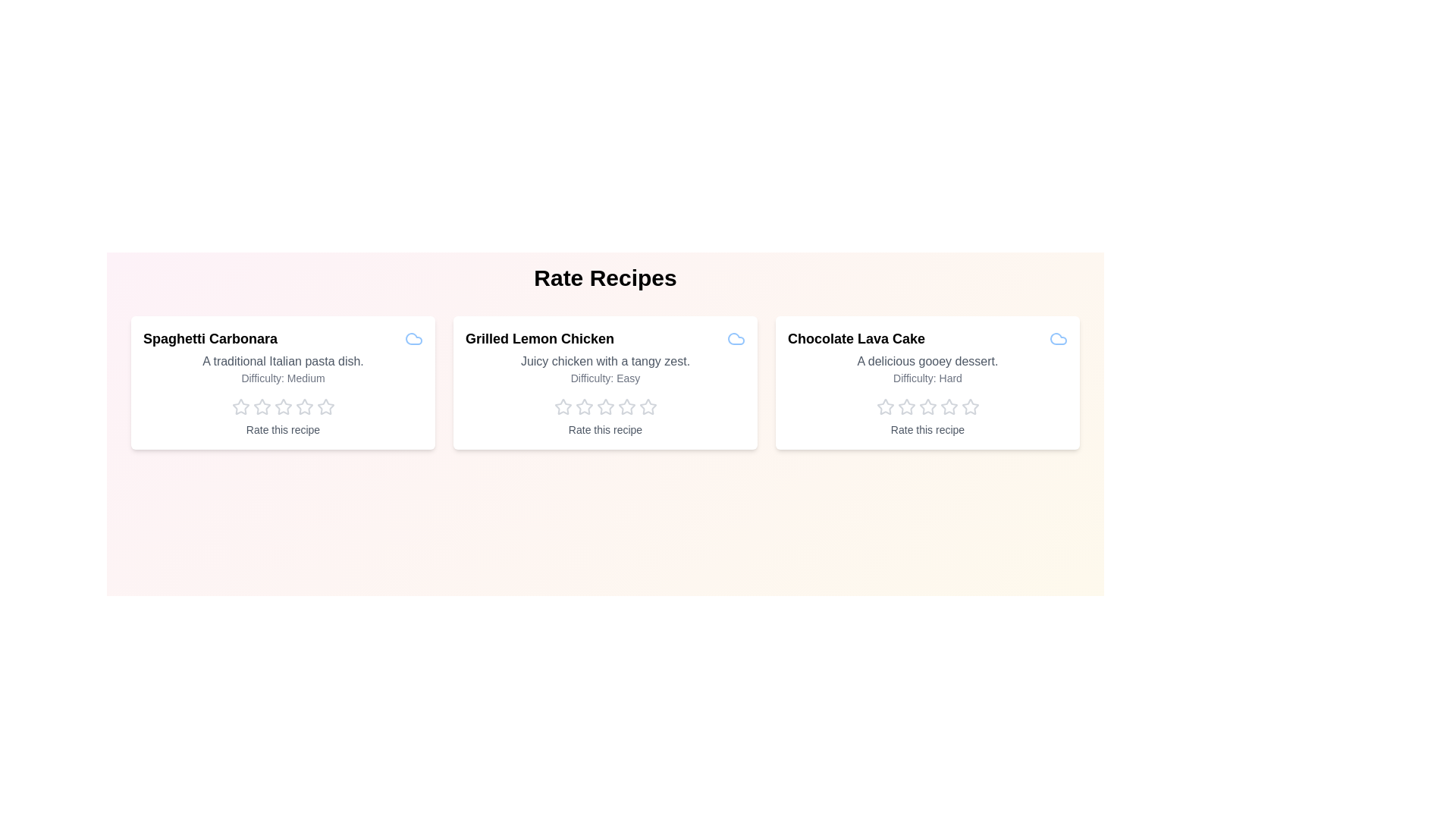 The width and height of the screenshot is (1456, 819). Describe the element at coordinates (539, 338) in the screenshot. I see `the title of the recipe Grilled Lemon Chicken to view its information` at that location.